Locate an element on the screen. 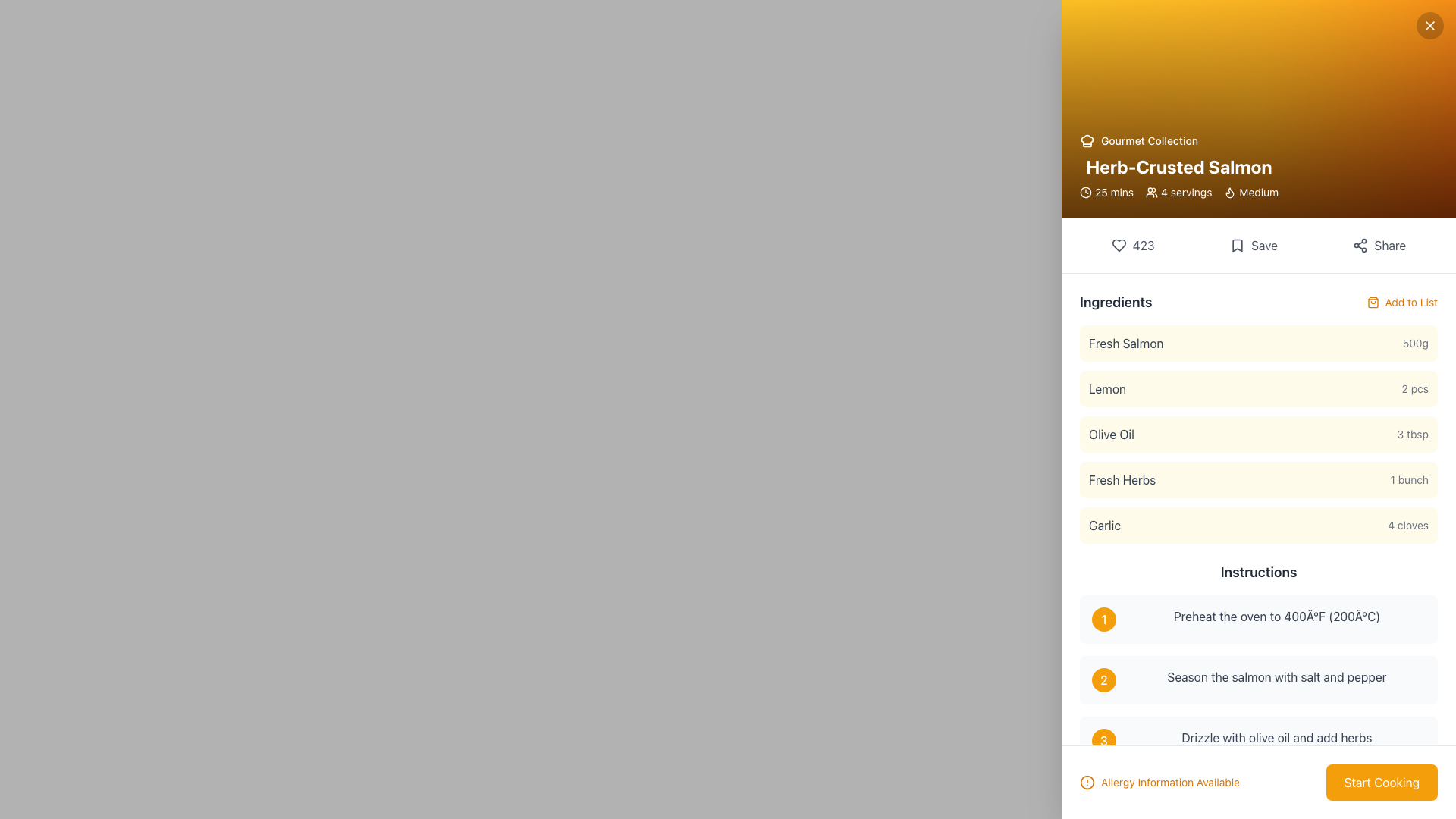 This screenshot has height=819, width=1456. static text label displaying 'Fresh Salmon' in the 'Ingredients' section for ingredient identification is located at coordinates (1126, 343).